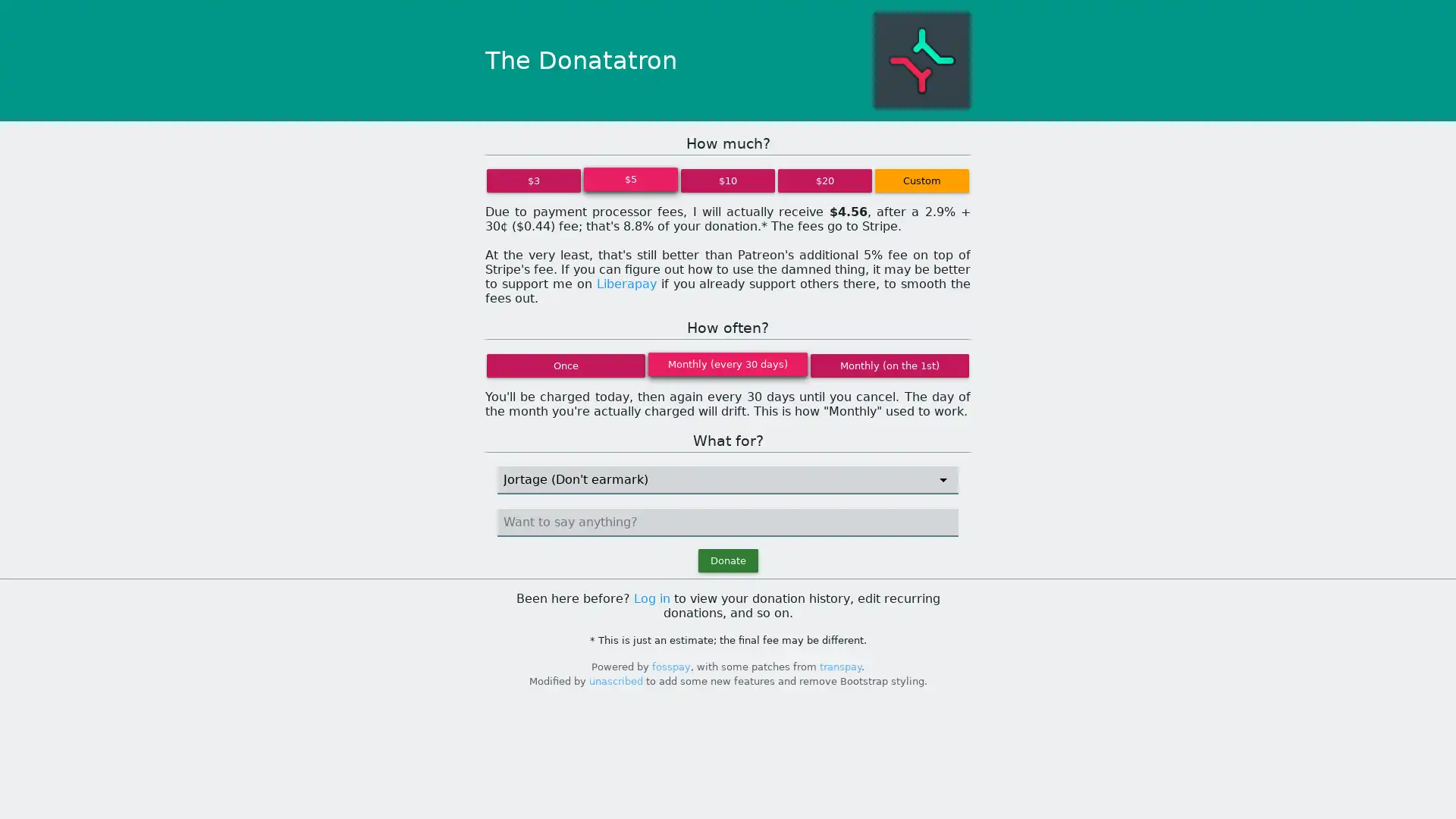 This screenshot has width=1456, height=819. What do you see at coordinates (921, 180) in the screenshot?
I see `Custom` at bounding box center [921, 180].